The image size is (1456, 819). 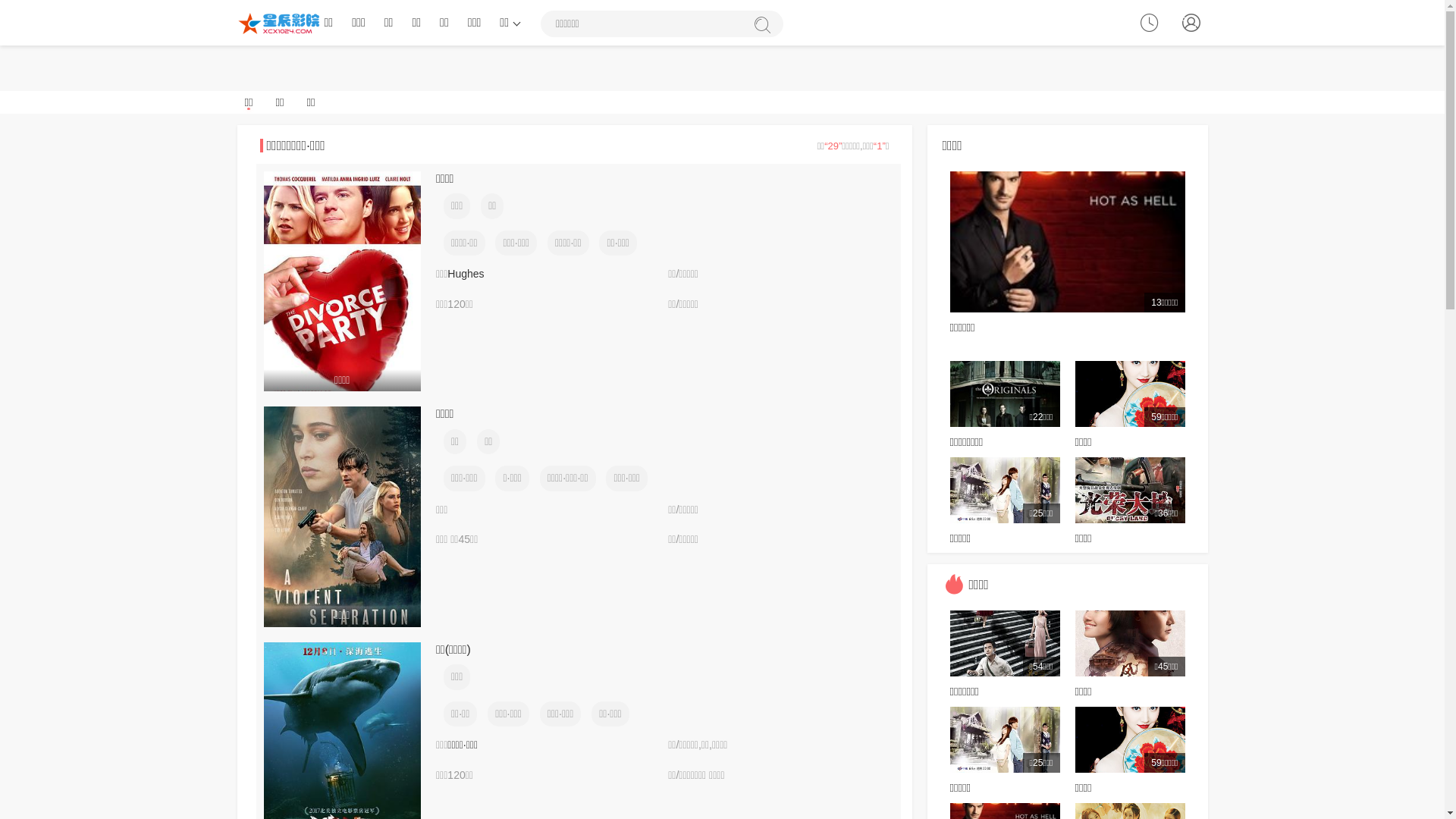 I want to click on 'Hughes', so click(x=465, y=274).